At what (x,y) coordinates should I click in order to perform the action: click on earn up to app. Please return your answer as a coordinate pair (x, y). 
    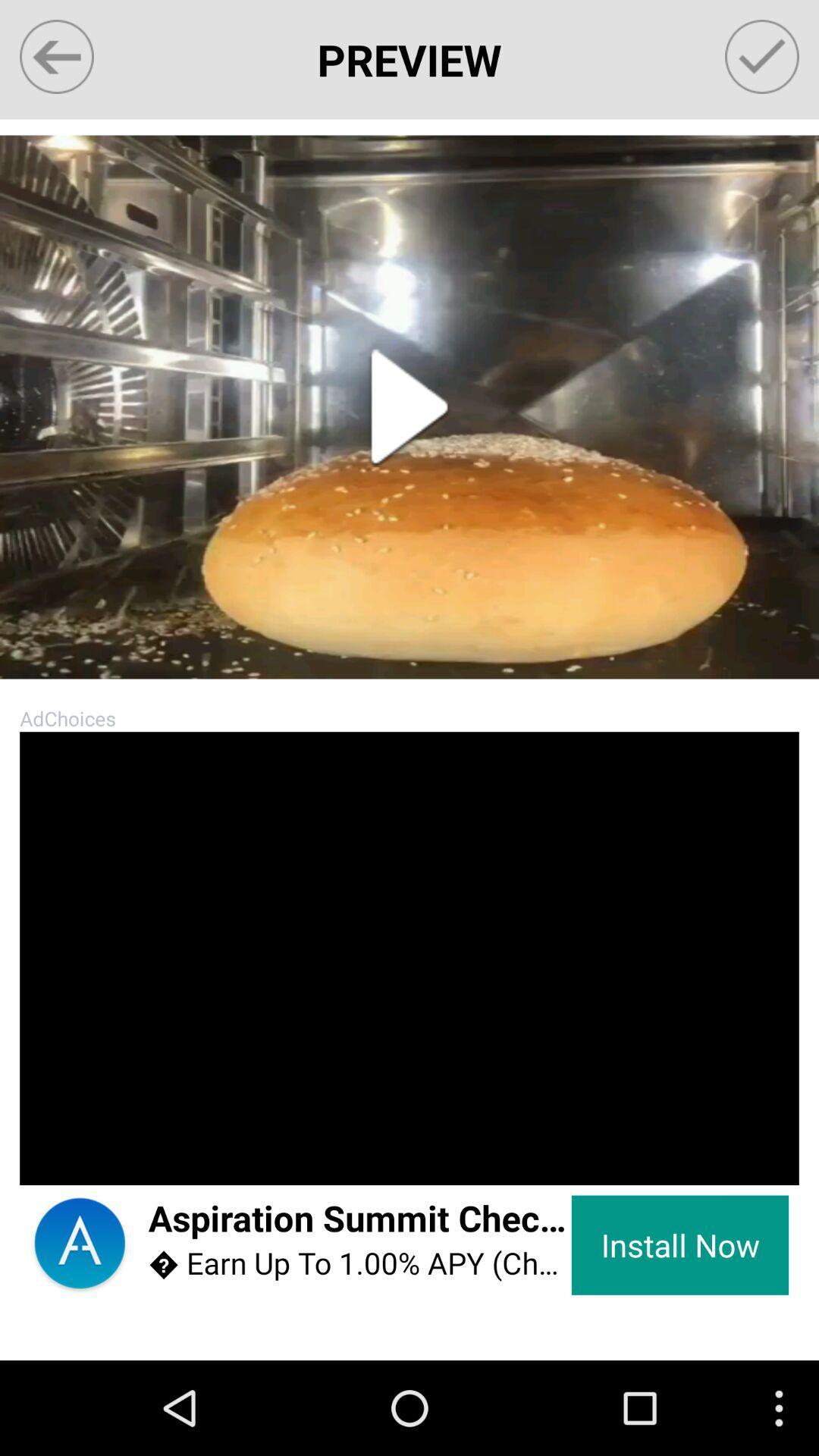
    Looking at the image, I should click on (359, 1263).